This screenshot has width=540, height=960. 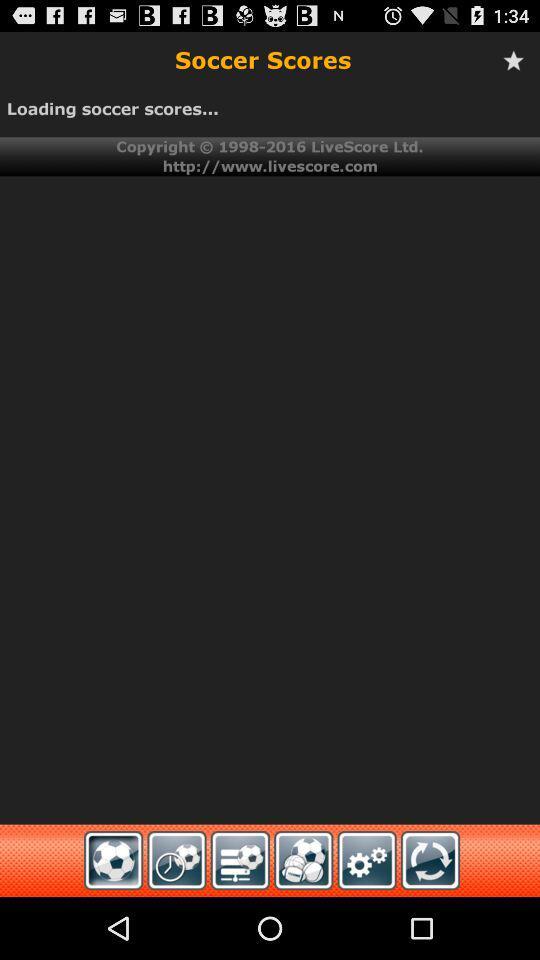 What do you see at coordinates (366, 921) in the screenshot?
I see `the settings icon` at bounding box center [366, 921].